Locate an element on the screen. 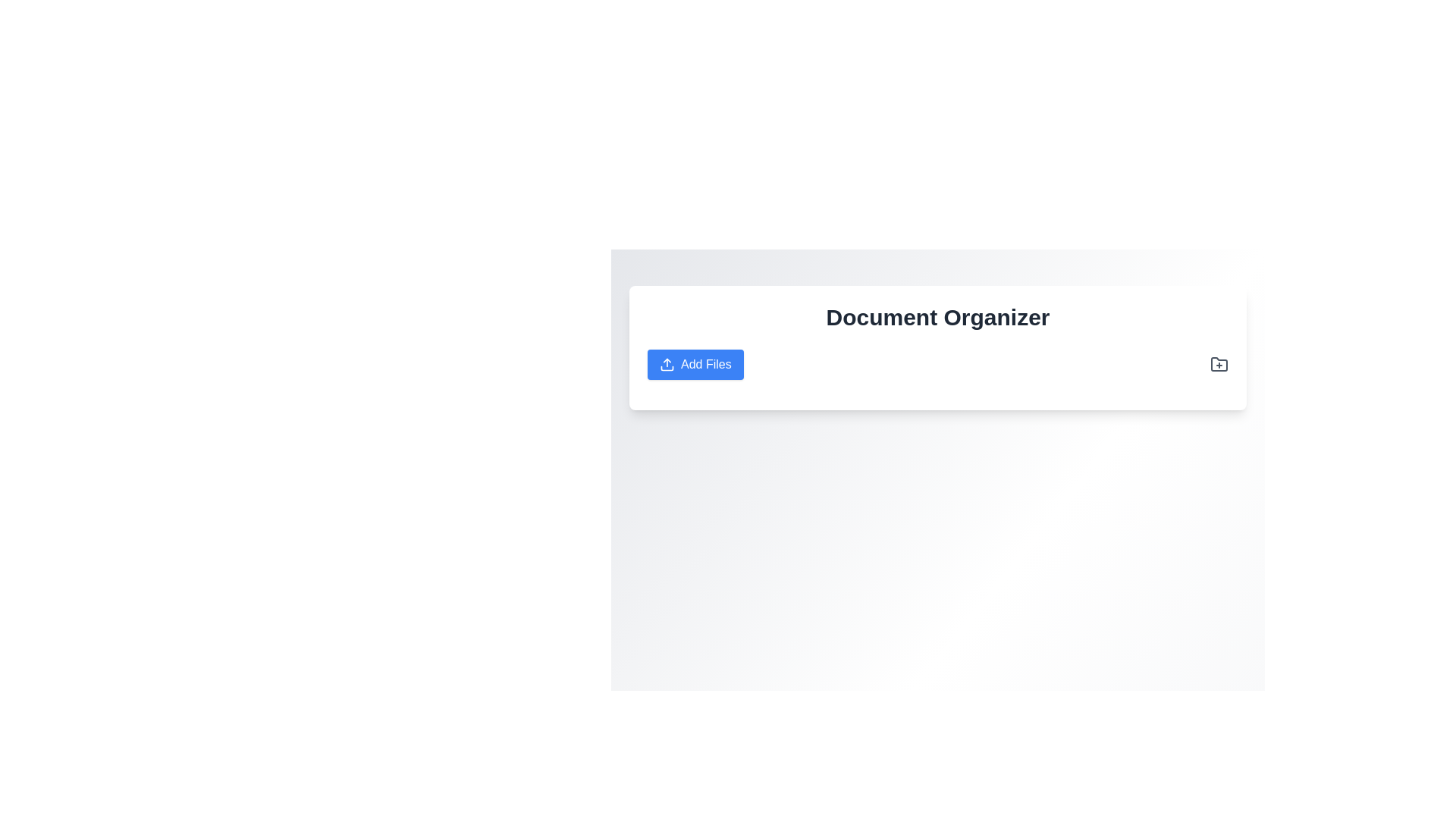 Image resolution: width=1456 pixels, height=819 pixels. the folder icon with a plus sign located in the 'Document Organizer' section at the top right corner is located at coordinates (1219, 363).